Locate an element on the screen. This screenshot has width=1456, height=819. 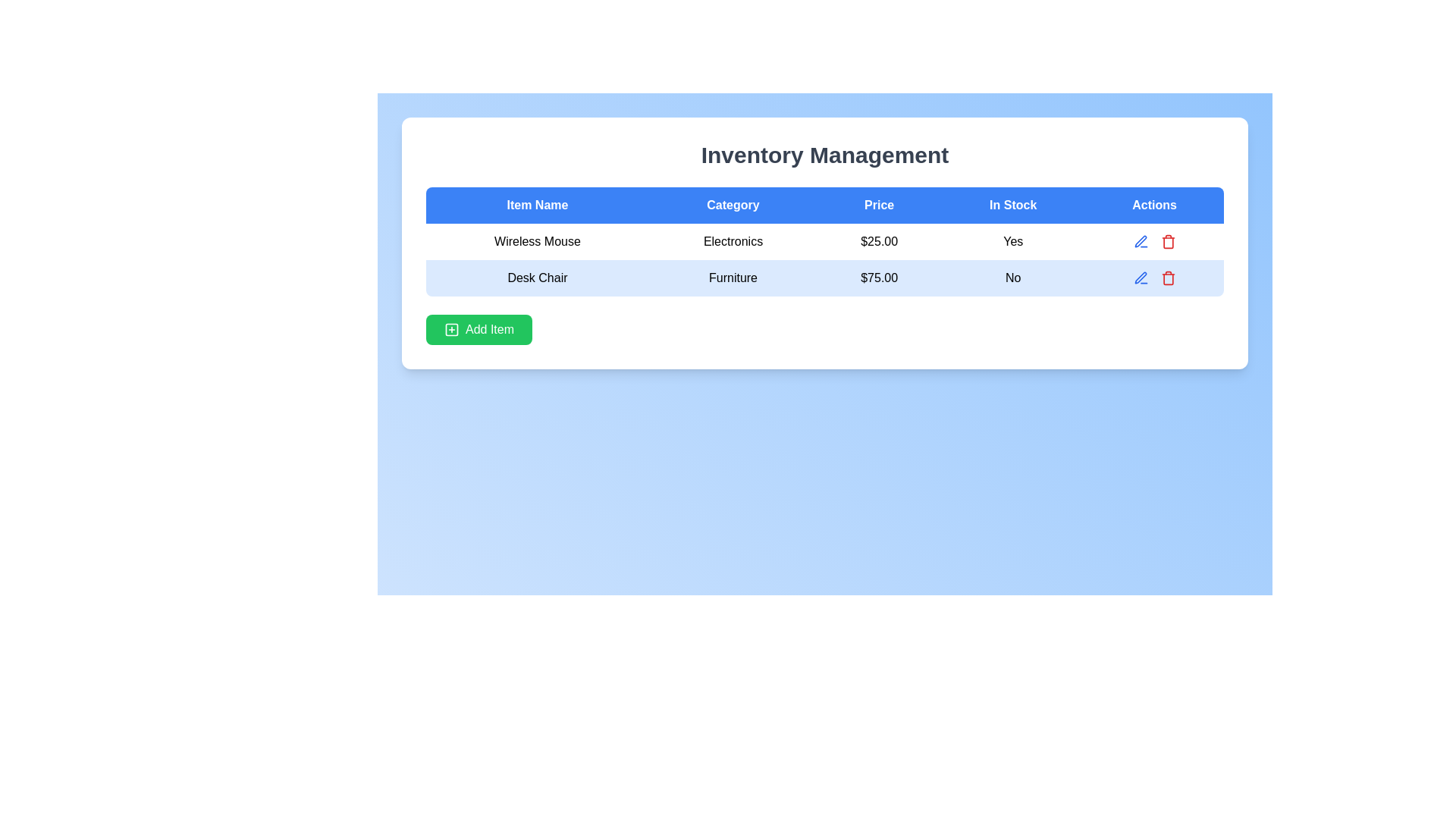
the first row of the product information table that displays the item's name, category, price, and availability status is located at coordinates (824, 241).